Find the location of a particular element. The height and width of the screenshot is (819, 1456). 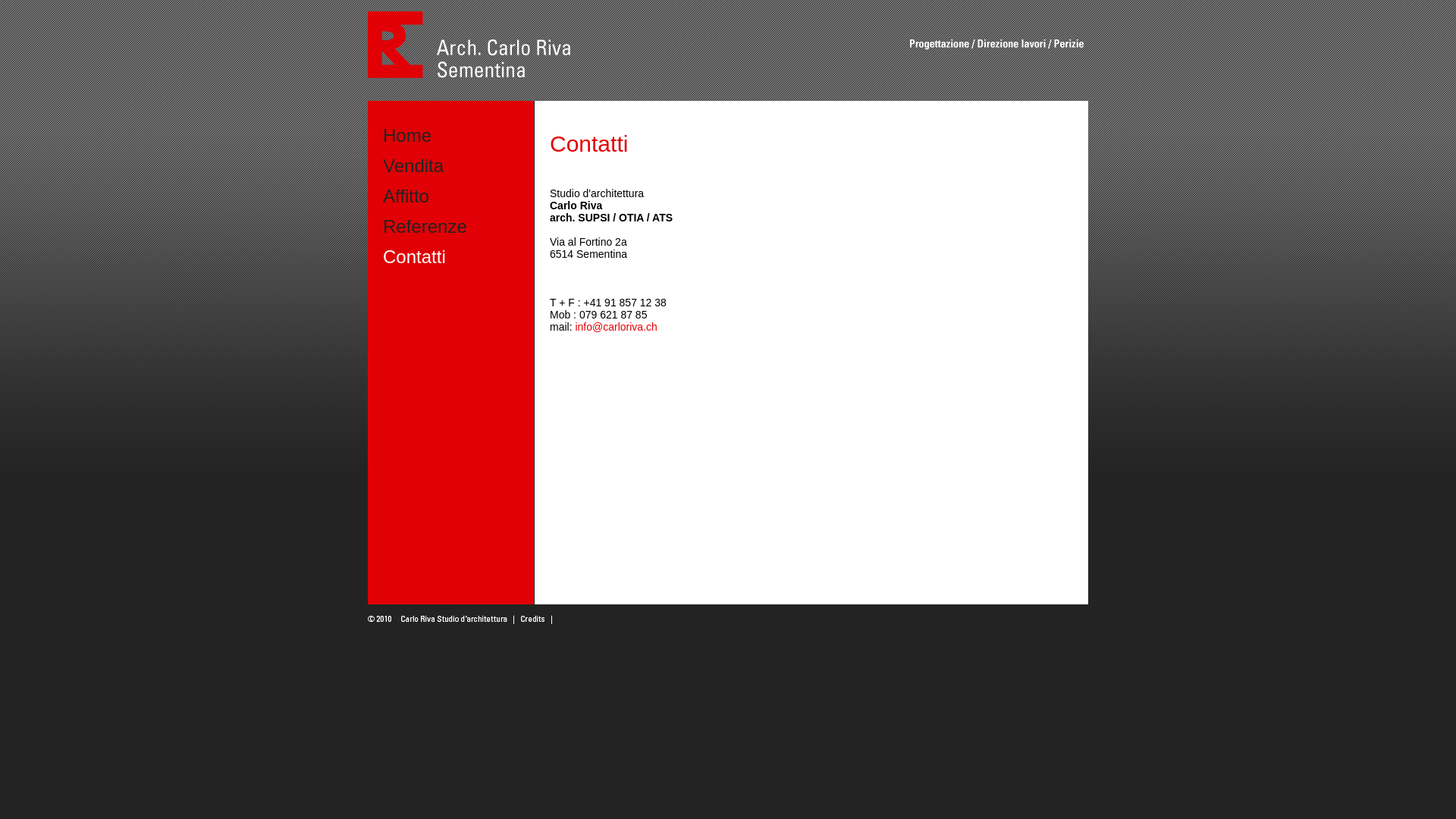

'Affitto' is located at coordinates (406, 195).